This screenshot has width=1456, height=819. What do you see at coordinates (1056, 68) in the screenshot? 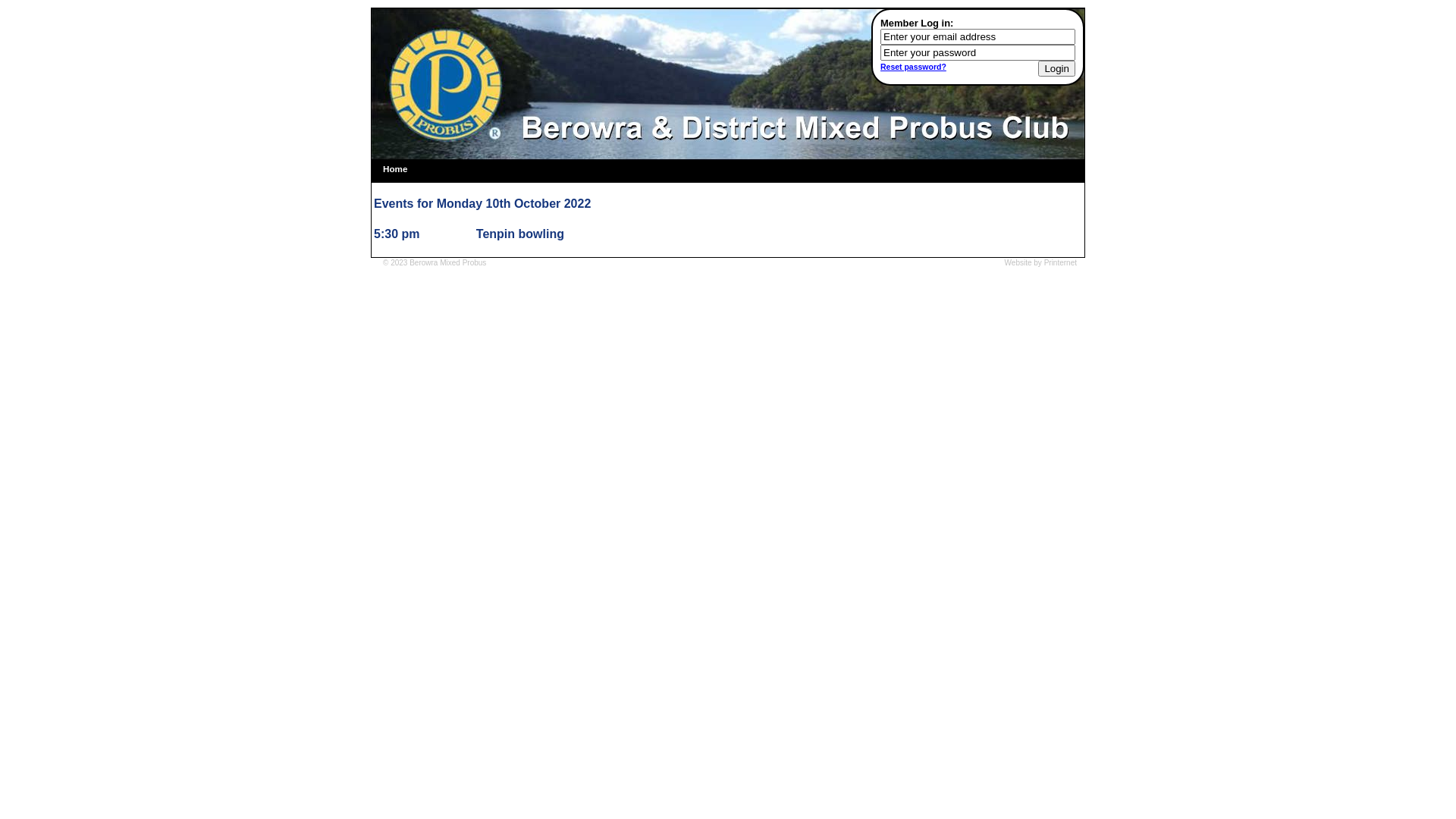
I see `'Login'` at bounding box center [1056, 68].